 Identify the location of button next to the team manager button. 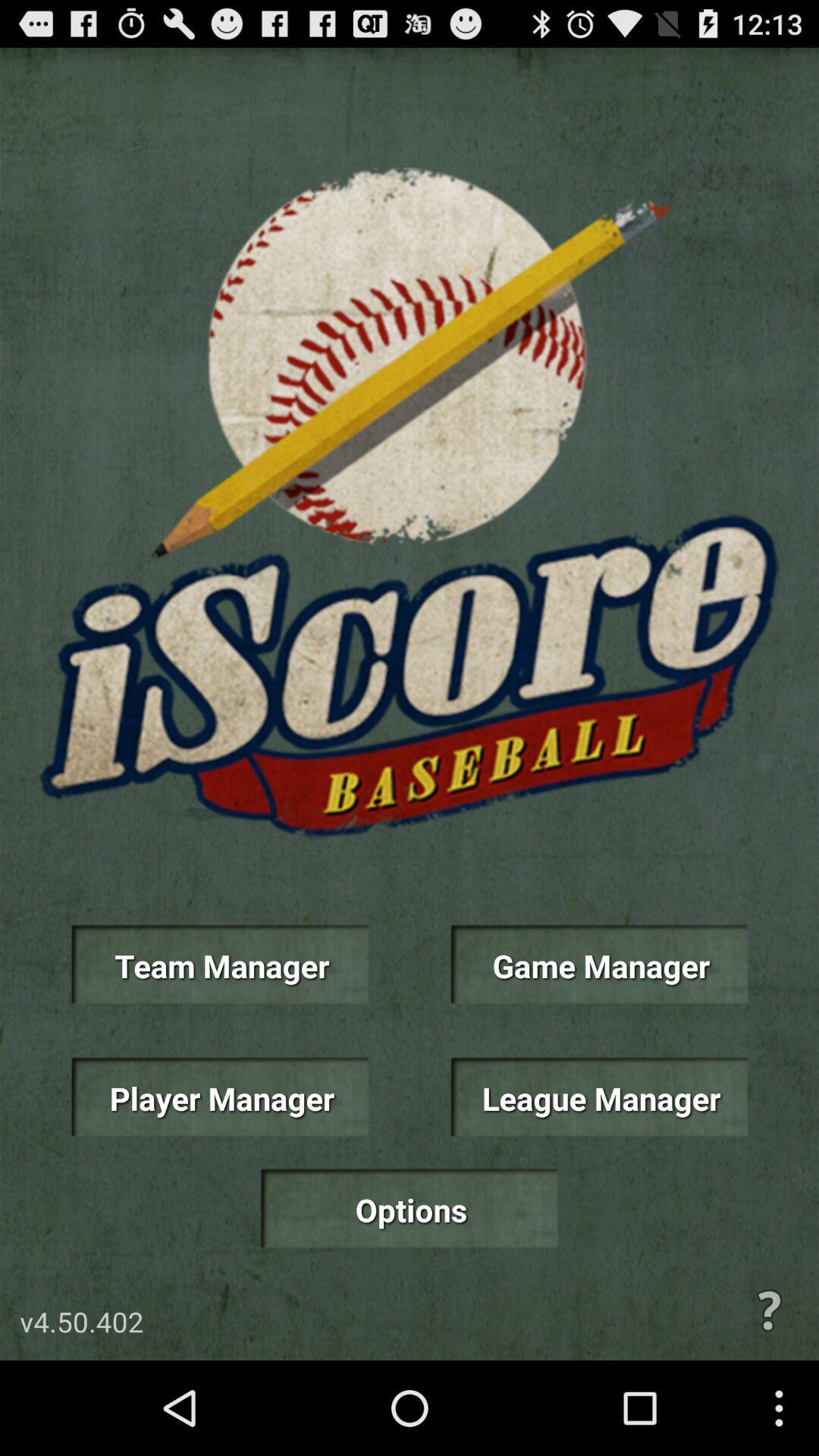
(598, 964).